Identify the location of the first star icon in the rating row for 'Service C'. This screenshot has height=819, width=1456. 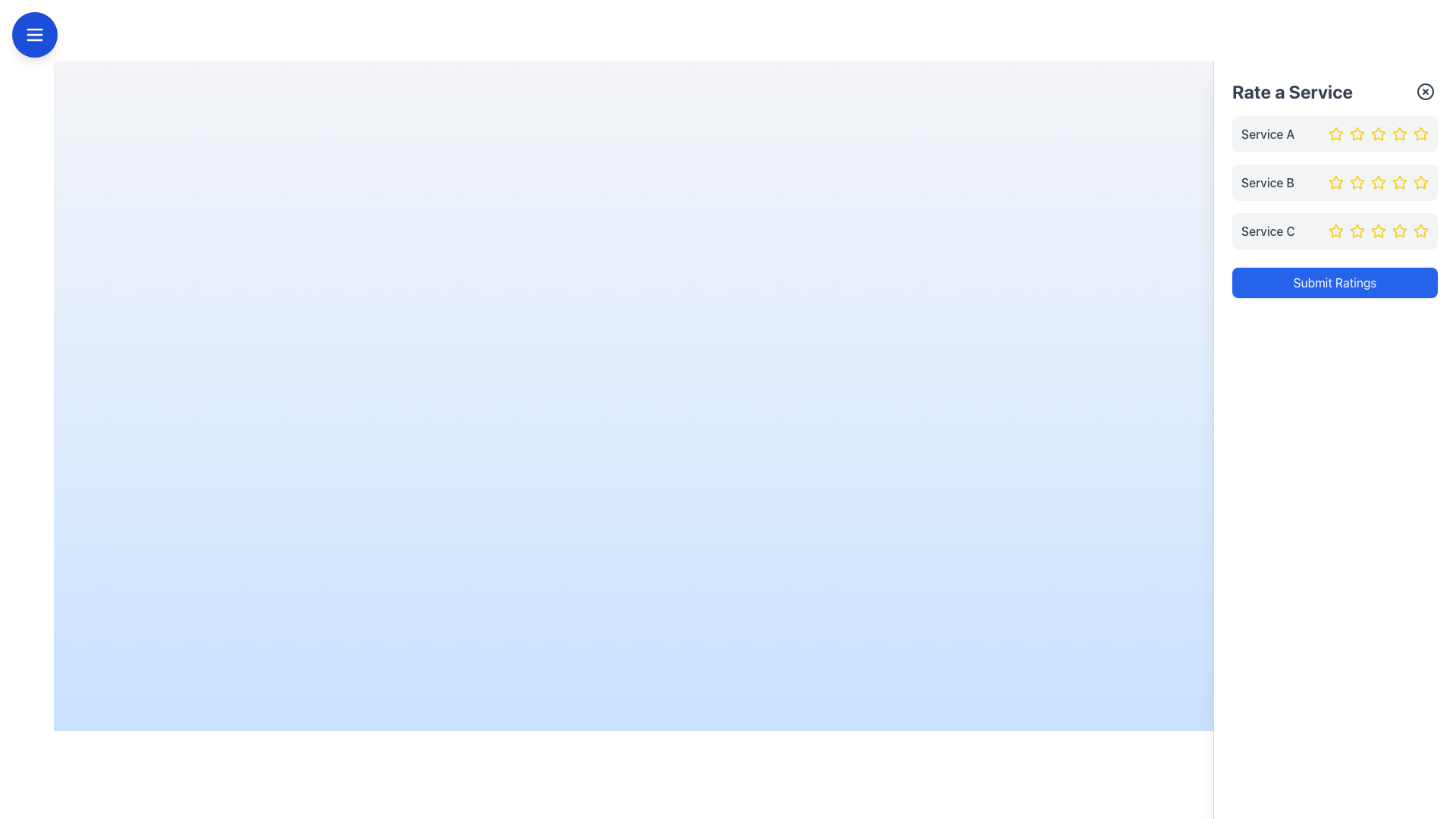
(1335, 231).